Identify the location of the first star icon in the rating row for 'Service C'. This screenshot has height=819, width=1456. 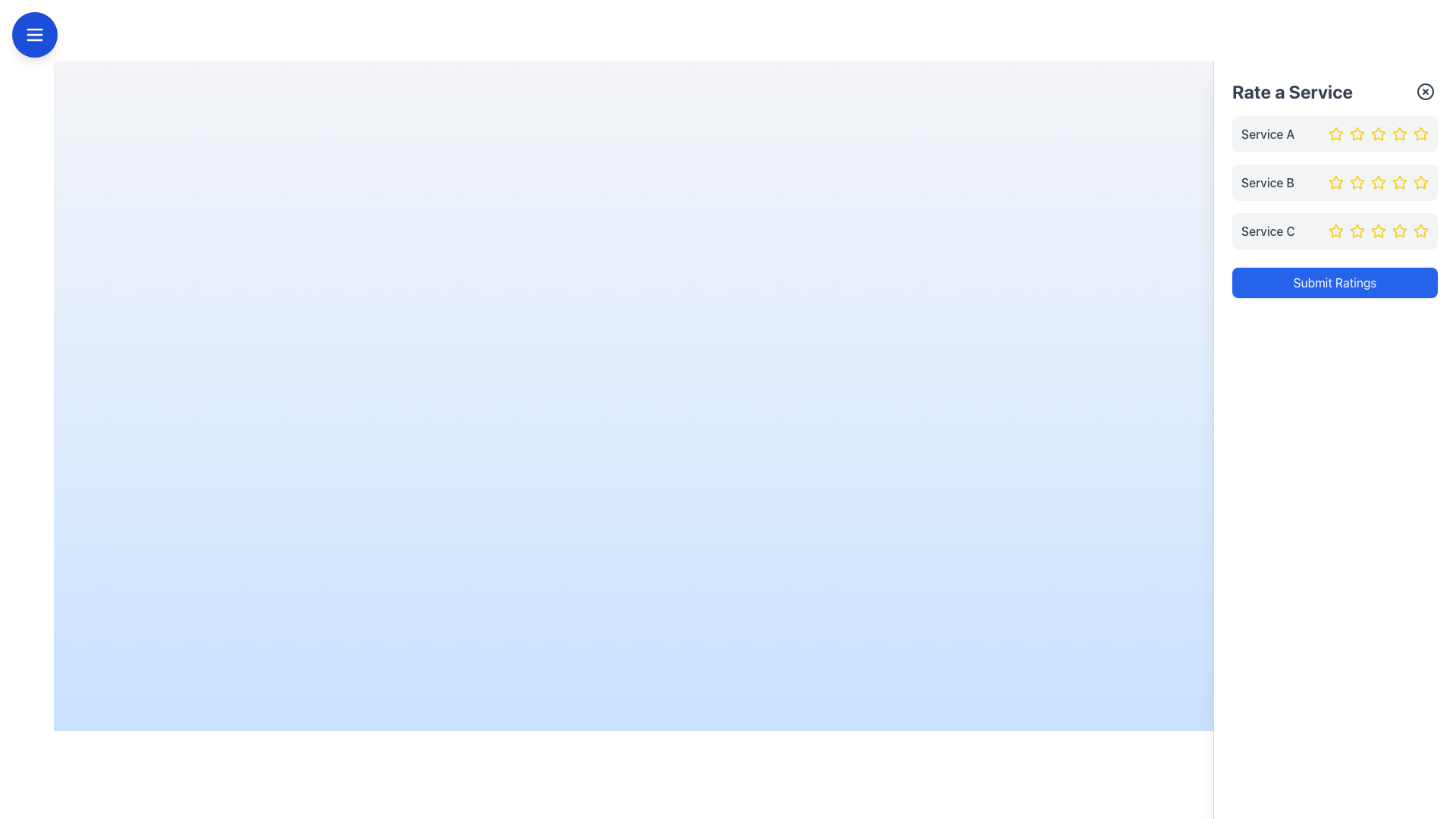
(1335, 231).